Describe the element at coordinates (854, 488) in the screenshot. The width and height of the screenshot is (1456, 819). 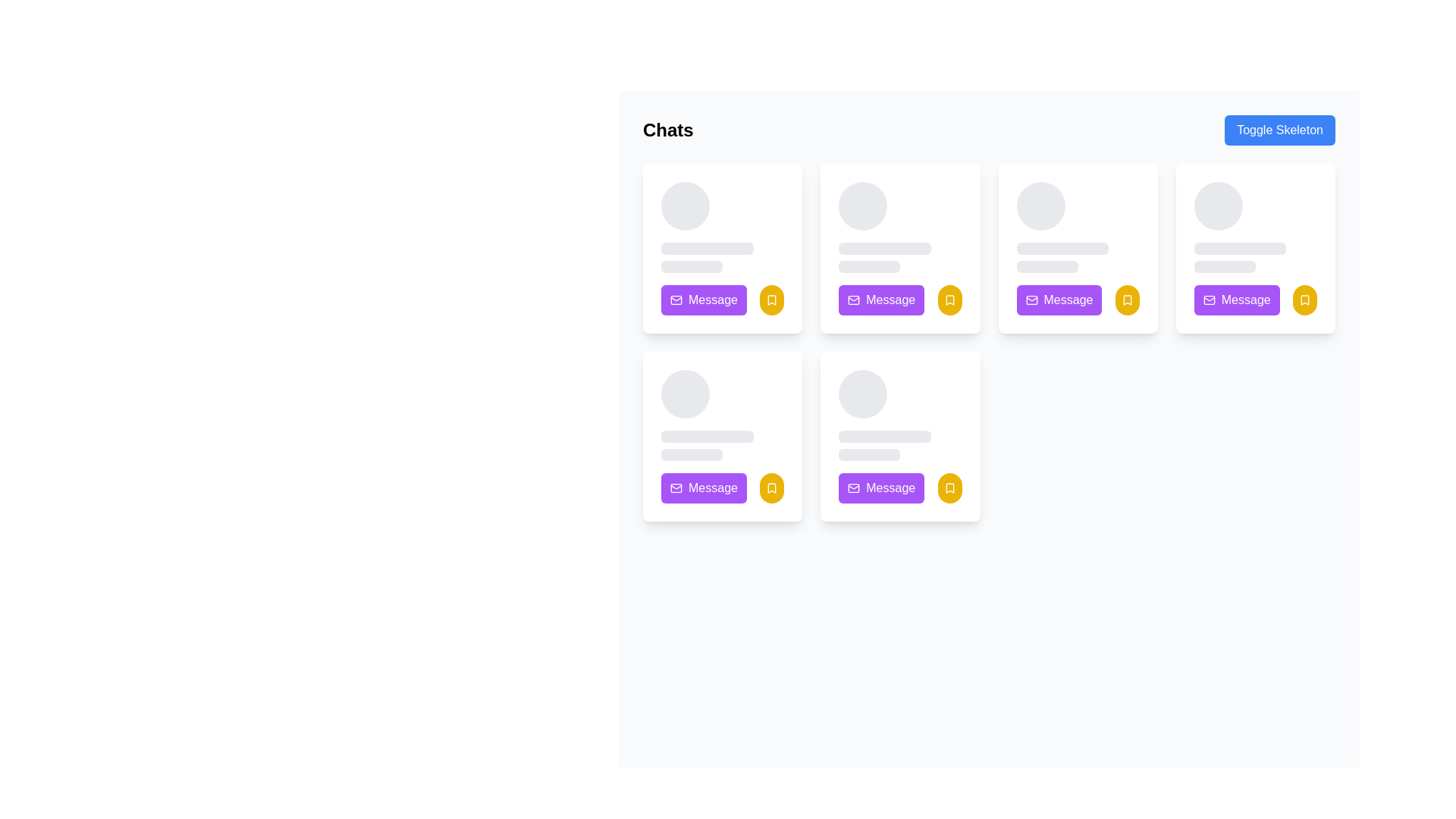
I see `the decorative messaging SVG icon located on the left side of the 'Message' button at the bottom of the second card in the third row of the grid layout` at that location.